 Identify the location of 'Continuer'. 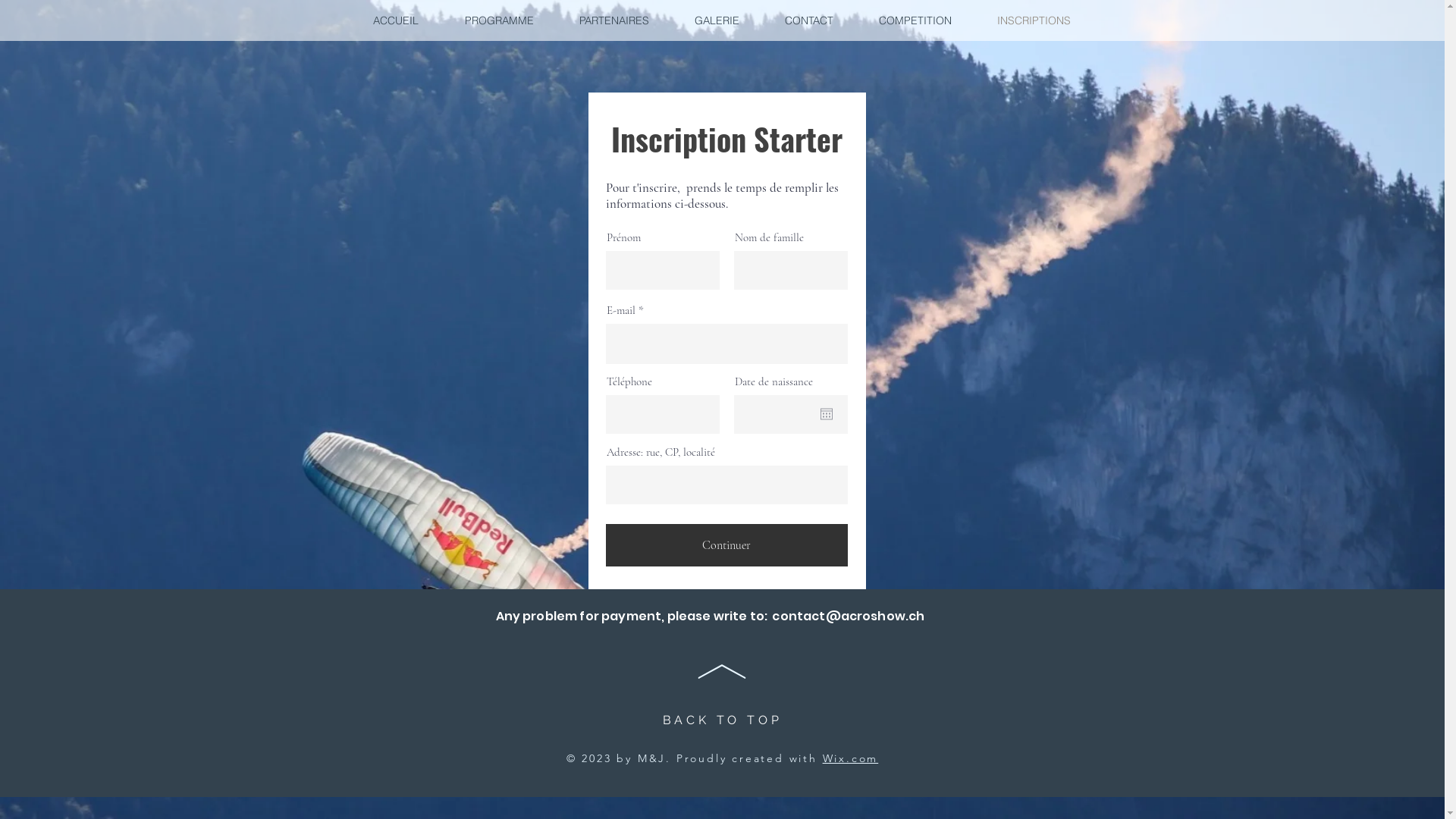
(725, 544).